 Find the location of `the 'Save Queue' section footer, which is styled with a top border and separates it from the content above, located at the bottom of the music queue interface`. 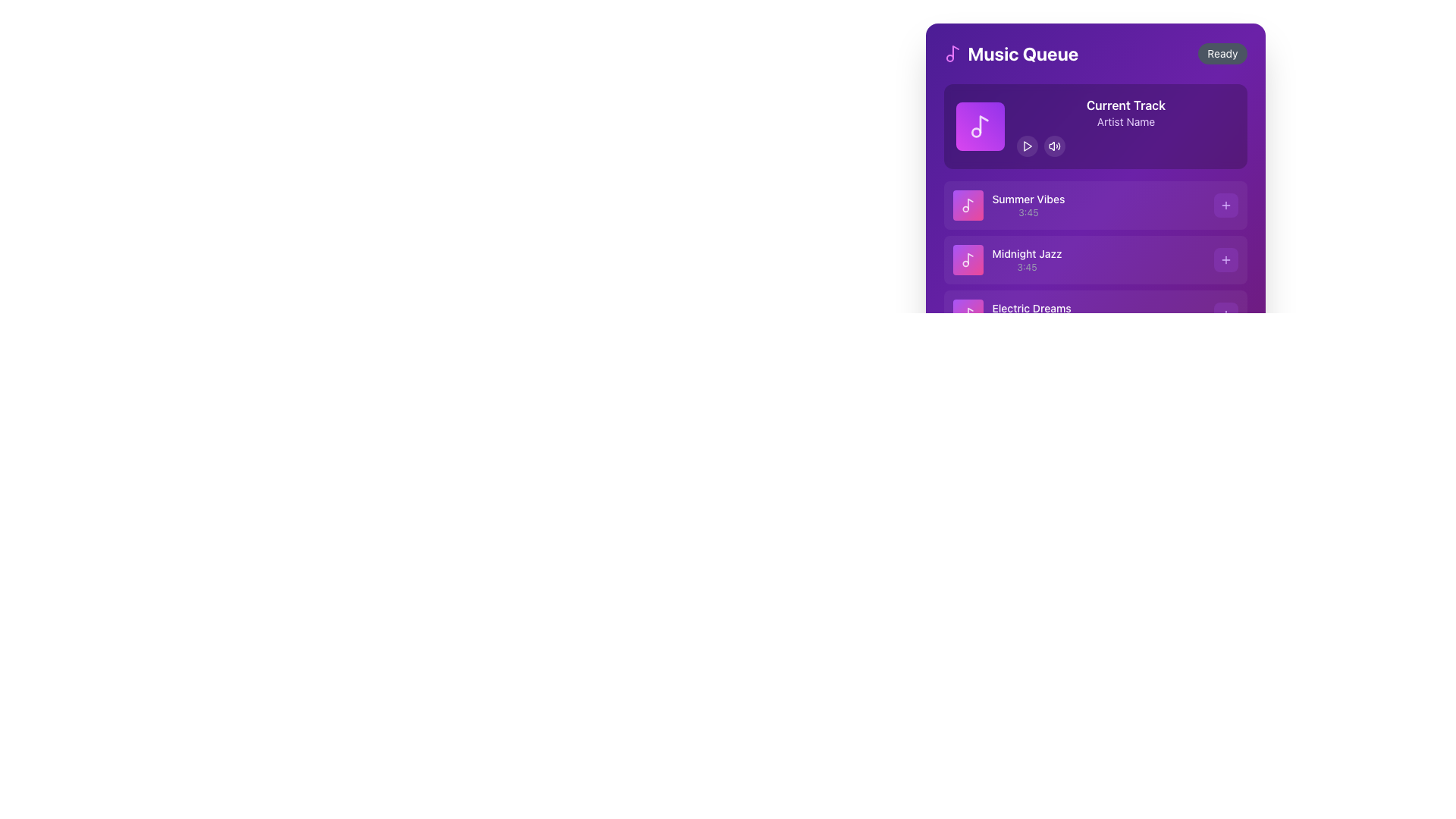

the 'Save Queue' section footer, which is styled with a top border and separates it from the content above, located at the bottom of the music queue interface is located at coordinates (1095, 371).